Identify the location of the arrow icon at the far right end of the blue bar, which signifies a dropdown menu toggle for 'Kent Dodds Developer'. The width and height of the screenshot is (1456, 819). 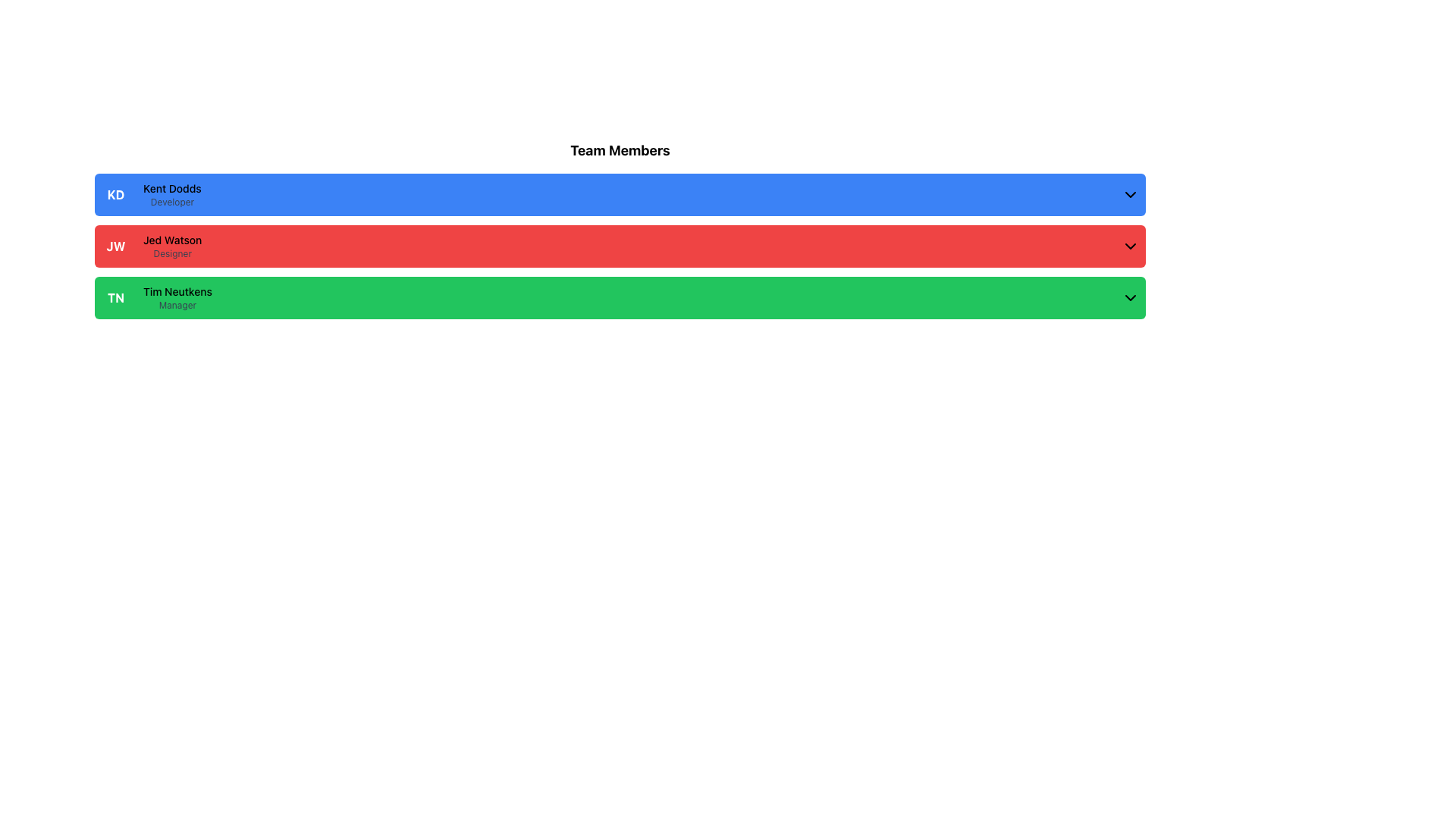
(1131, 194).